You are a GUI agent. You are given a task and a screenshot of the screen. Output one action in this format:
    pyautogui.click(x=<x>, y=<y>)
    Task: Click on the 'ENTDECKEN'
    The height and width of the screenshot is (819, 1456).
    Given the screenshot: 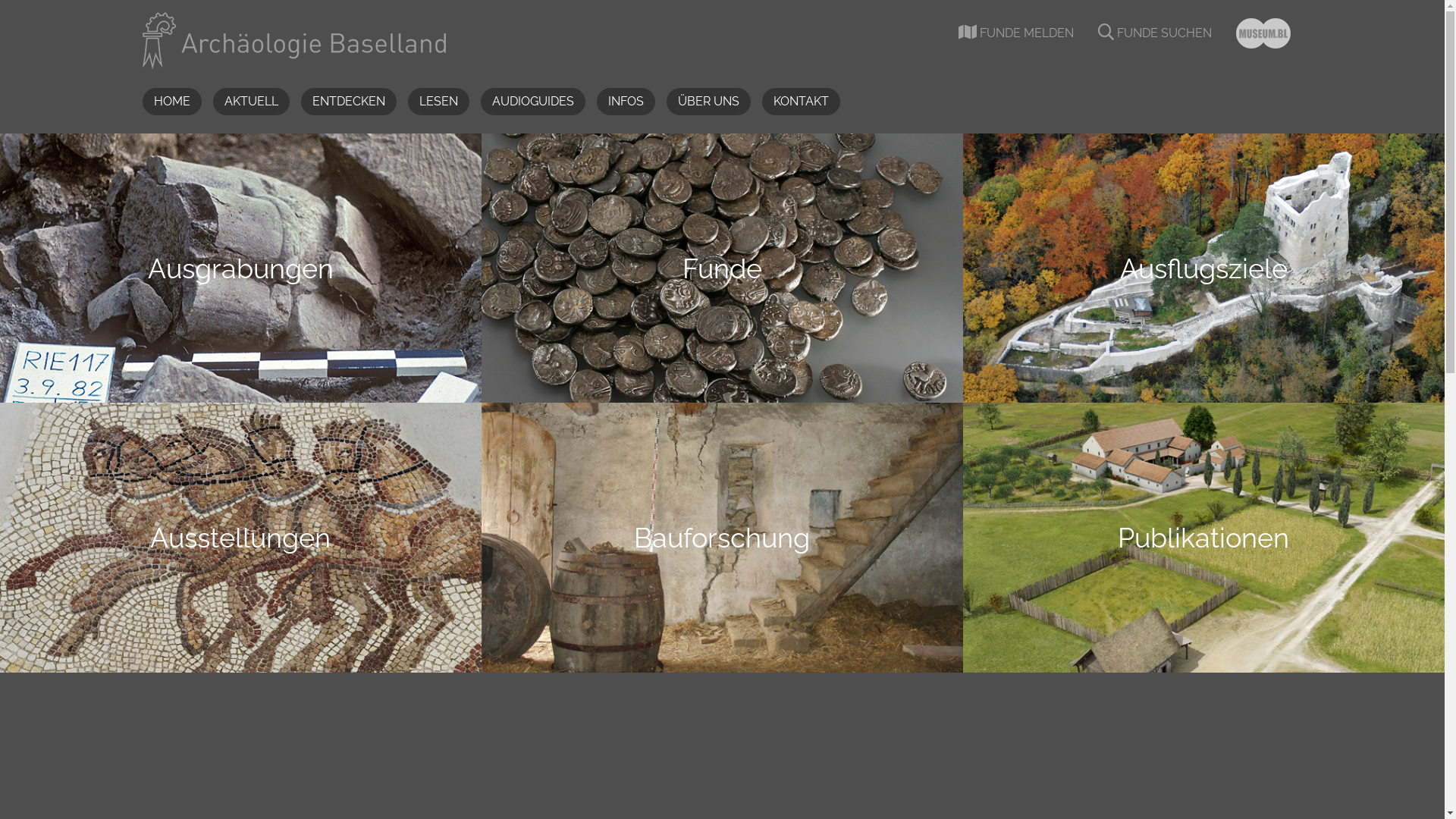 What is the action you would take?
    pyautogui.click(x=347, y=102)
    